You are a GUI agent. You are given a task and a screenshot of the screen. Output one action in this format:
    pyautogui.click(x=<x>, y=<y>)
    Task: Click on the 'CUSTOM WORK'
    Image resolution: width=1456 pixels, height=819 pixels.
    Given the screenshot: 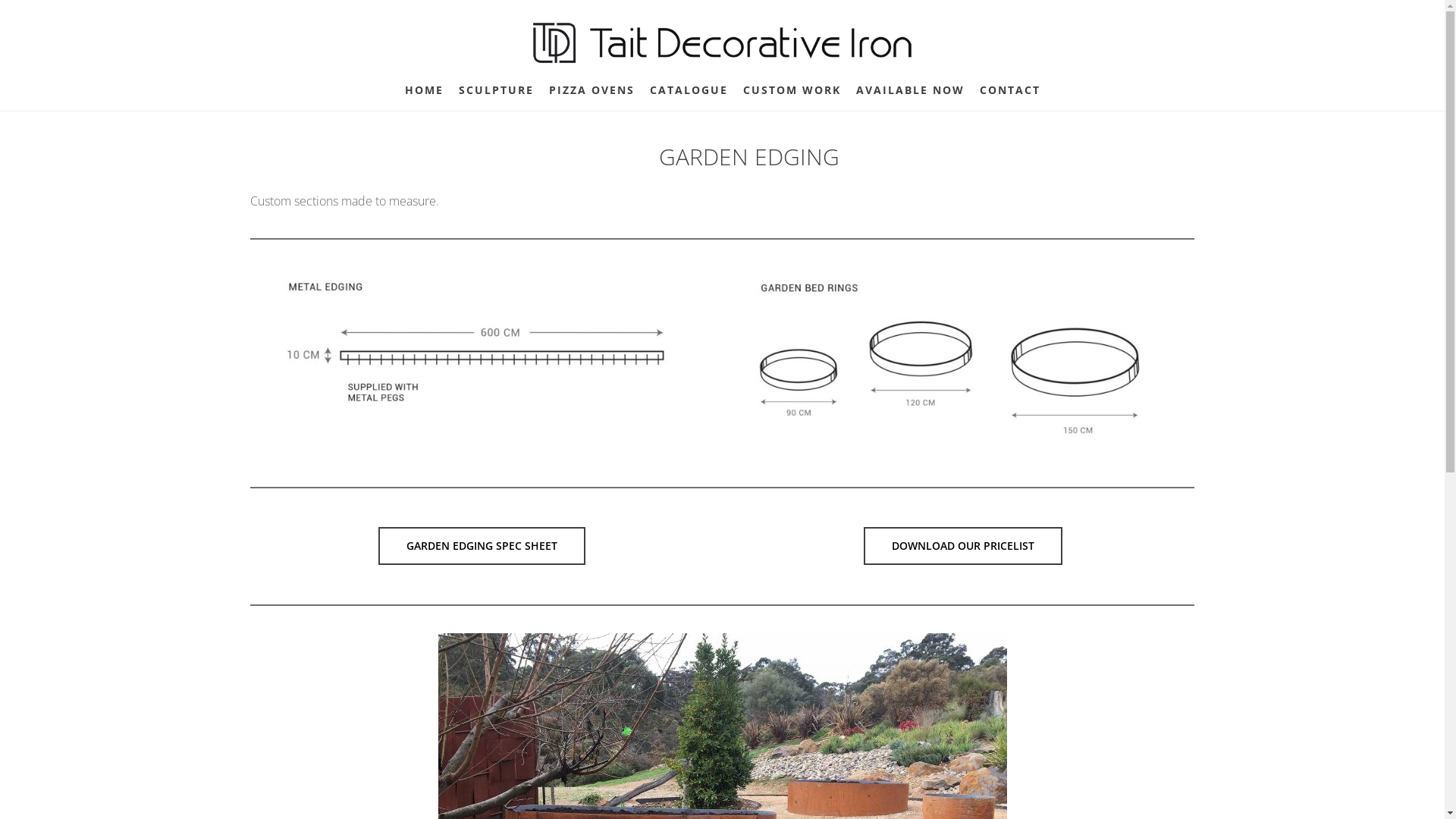 What is the action you would take?
    pyautogui.click(x=791, y=90)
    